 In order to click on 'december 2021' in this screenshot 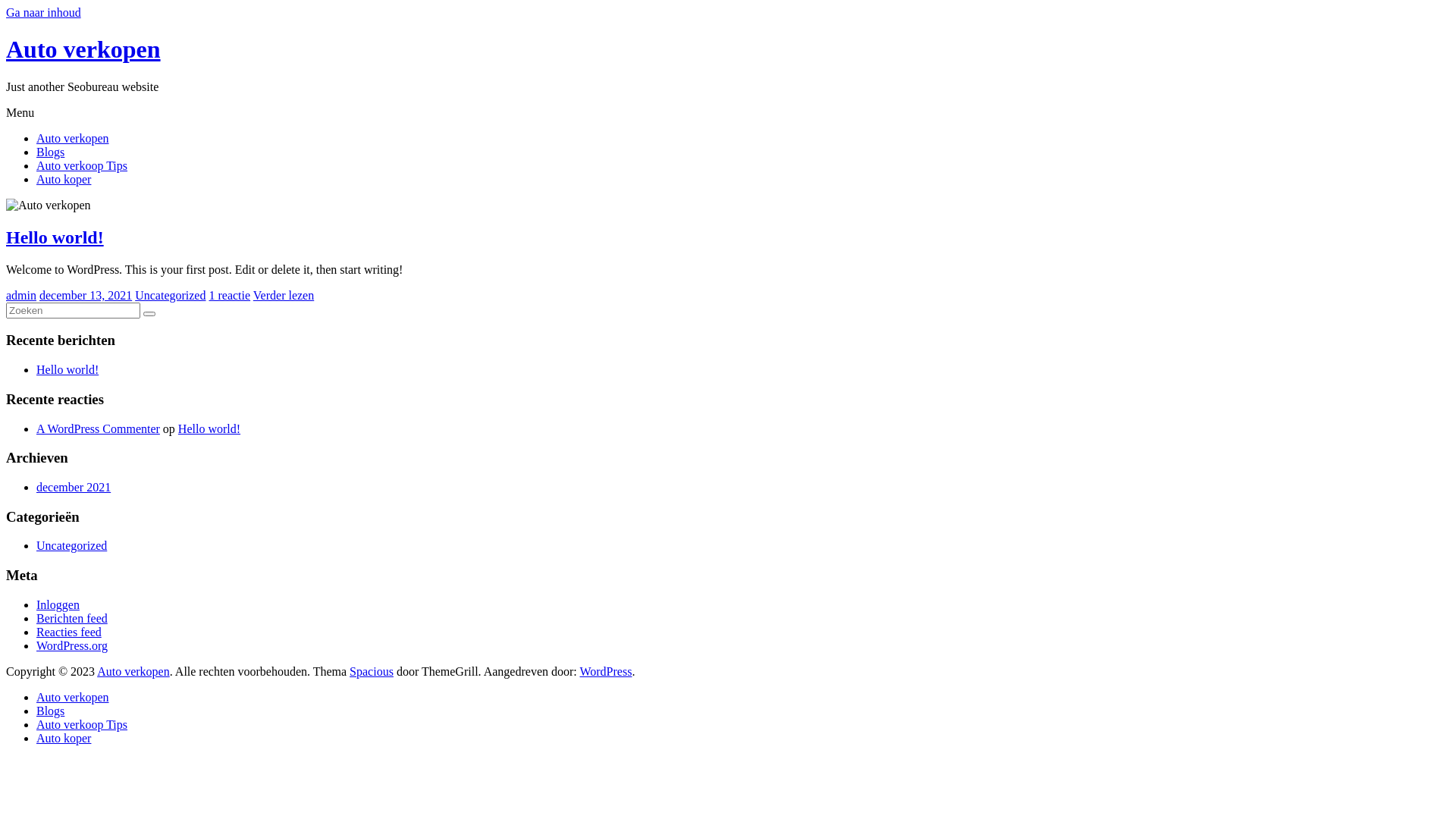, I will do `click(72, 487)`.